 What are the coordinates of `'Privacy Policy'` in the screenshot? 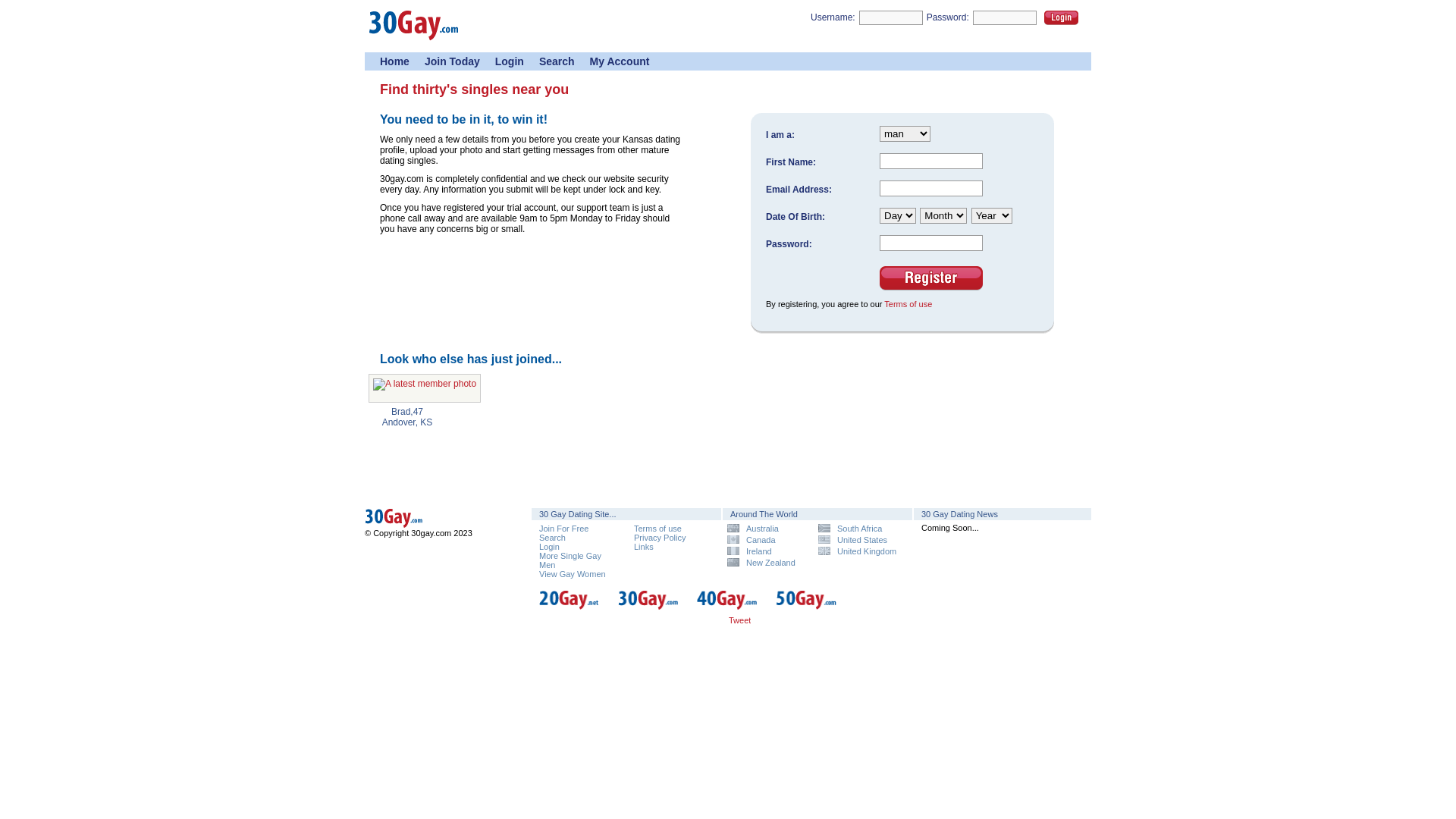 It's located at (659, 537).